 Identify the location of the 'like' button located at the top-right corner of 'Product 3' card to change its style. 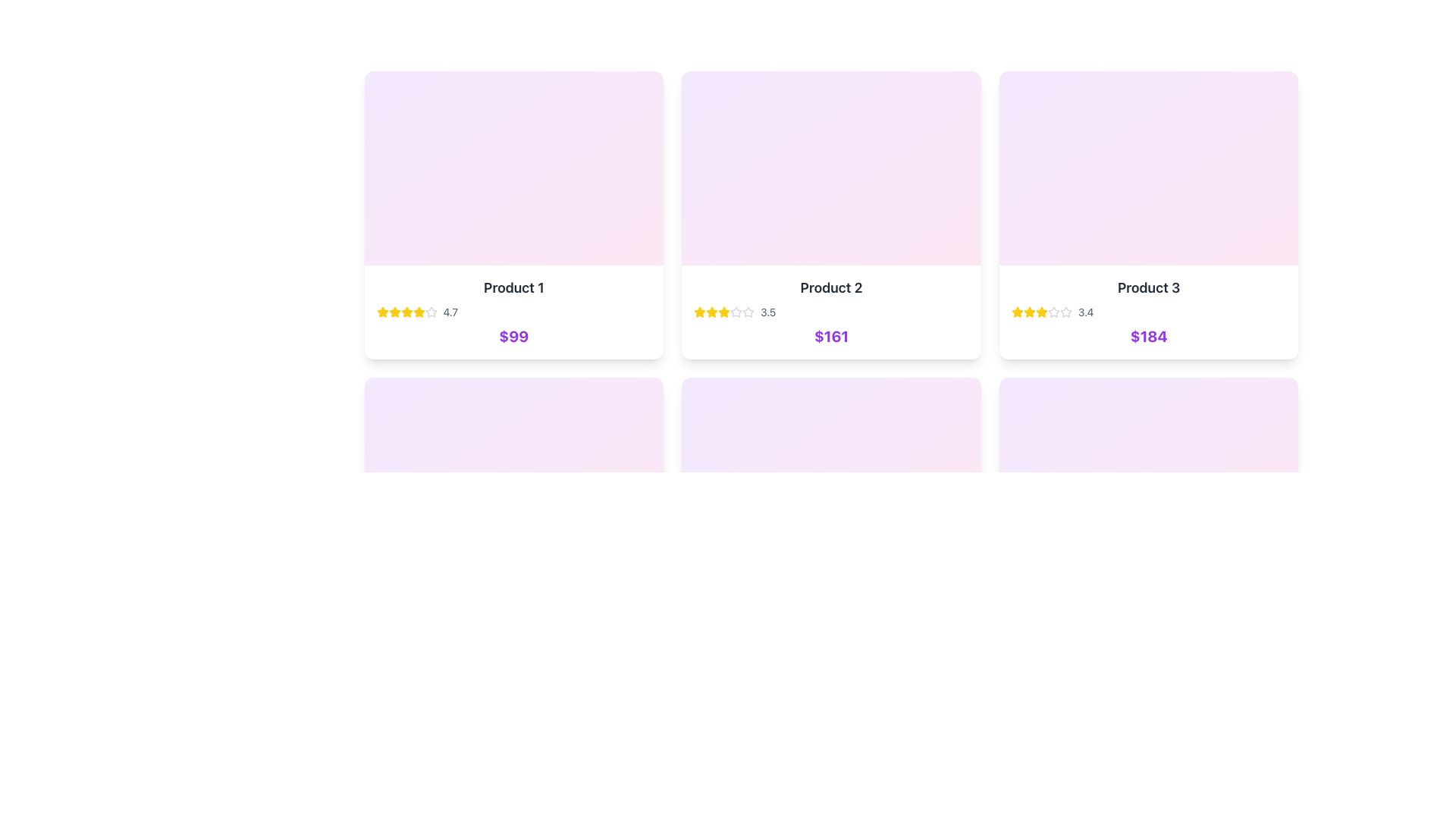
(924, 400).